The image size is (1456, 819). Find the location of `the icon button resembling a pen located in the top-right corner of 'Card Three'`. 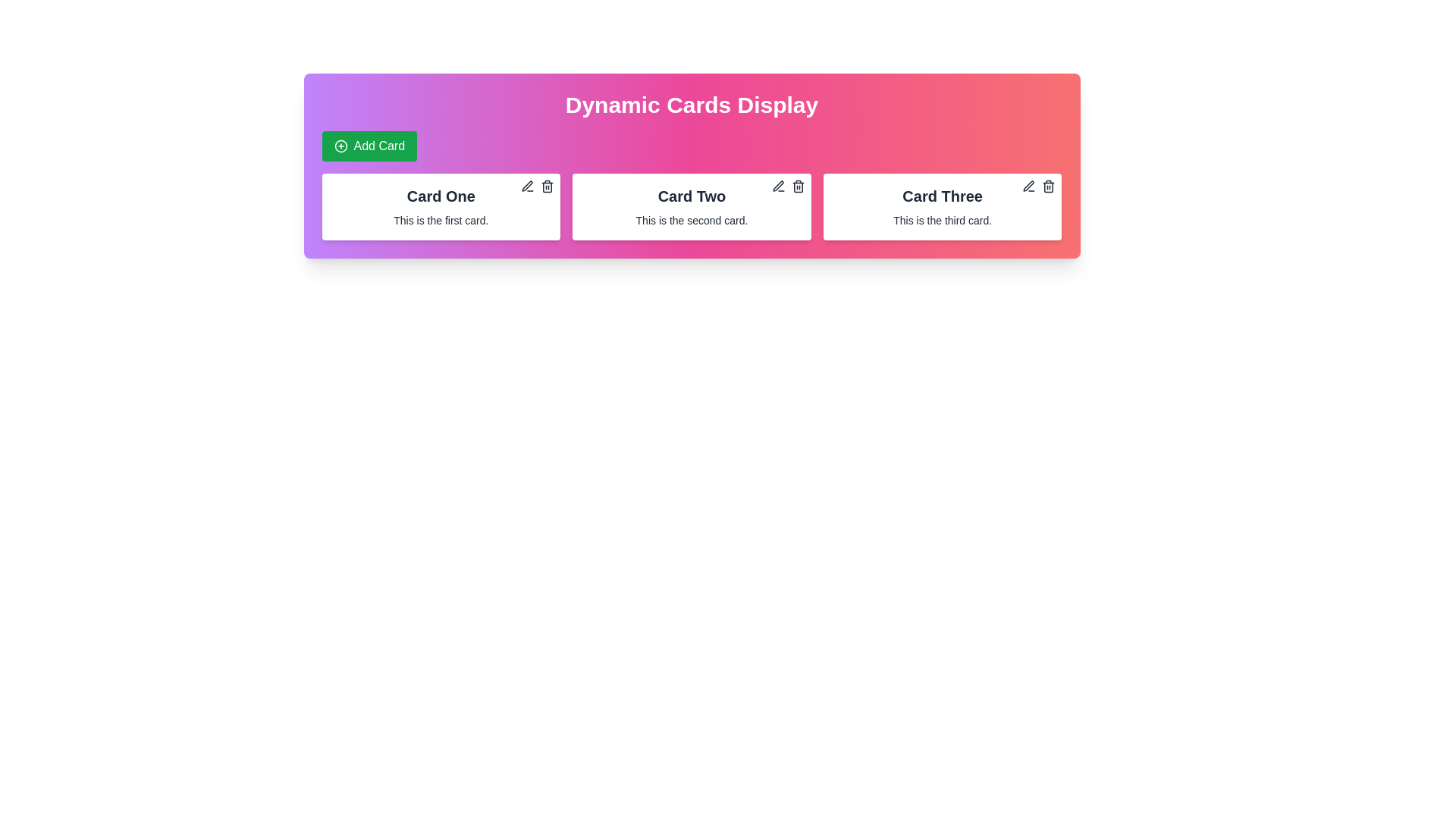

the icon button resembling a pen located in the top-right corner of 'Card Three' is located at coordinates (1029, 186).